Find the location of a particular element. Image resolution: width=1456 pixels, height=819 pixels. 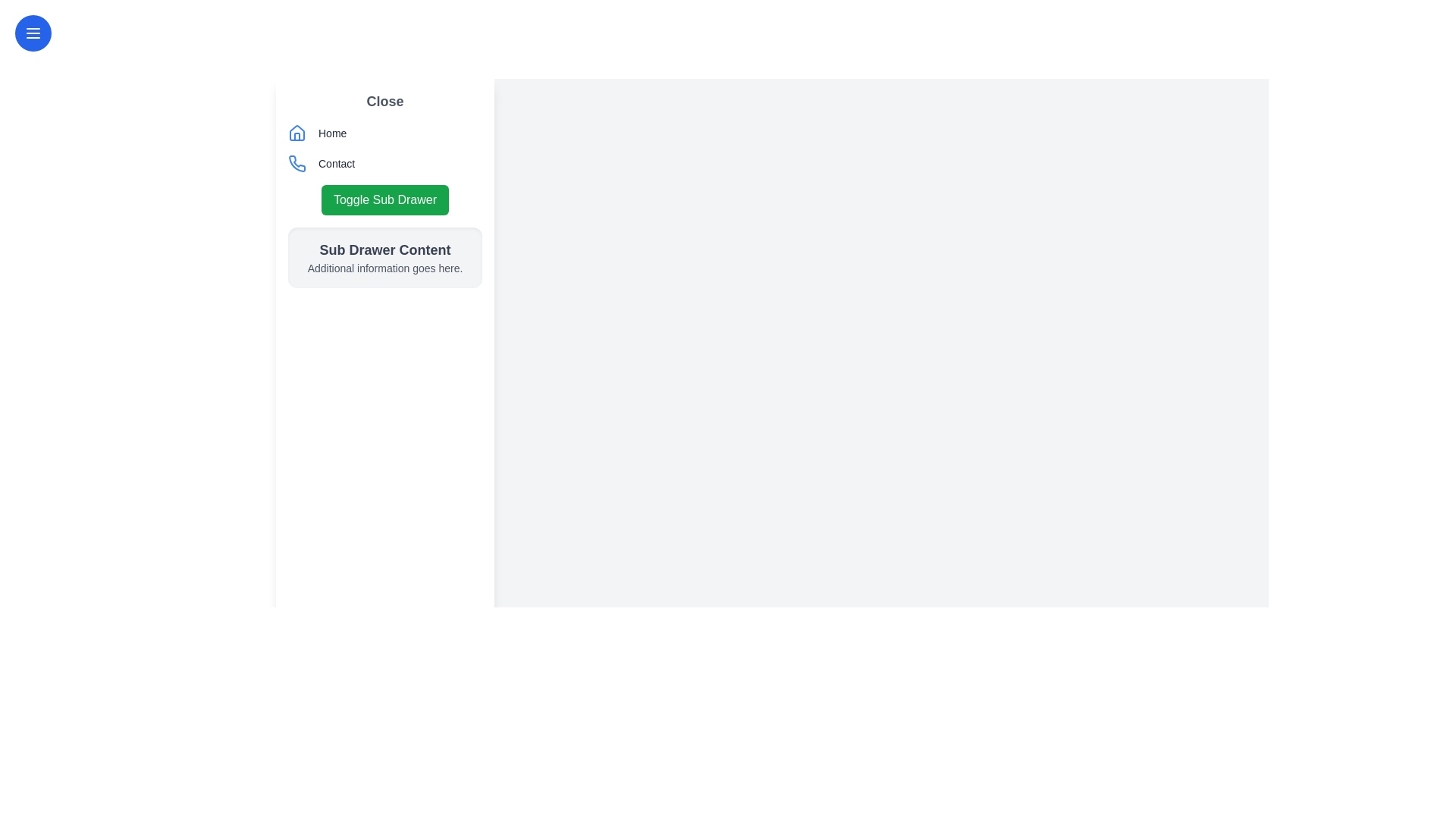

the contact icon located to the left of the 'Contact' text in the navigation list is located at coordinates (297, 164).